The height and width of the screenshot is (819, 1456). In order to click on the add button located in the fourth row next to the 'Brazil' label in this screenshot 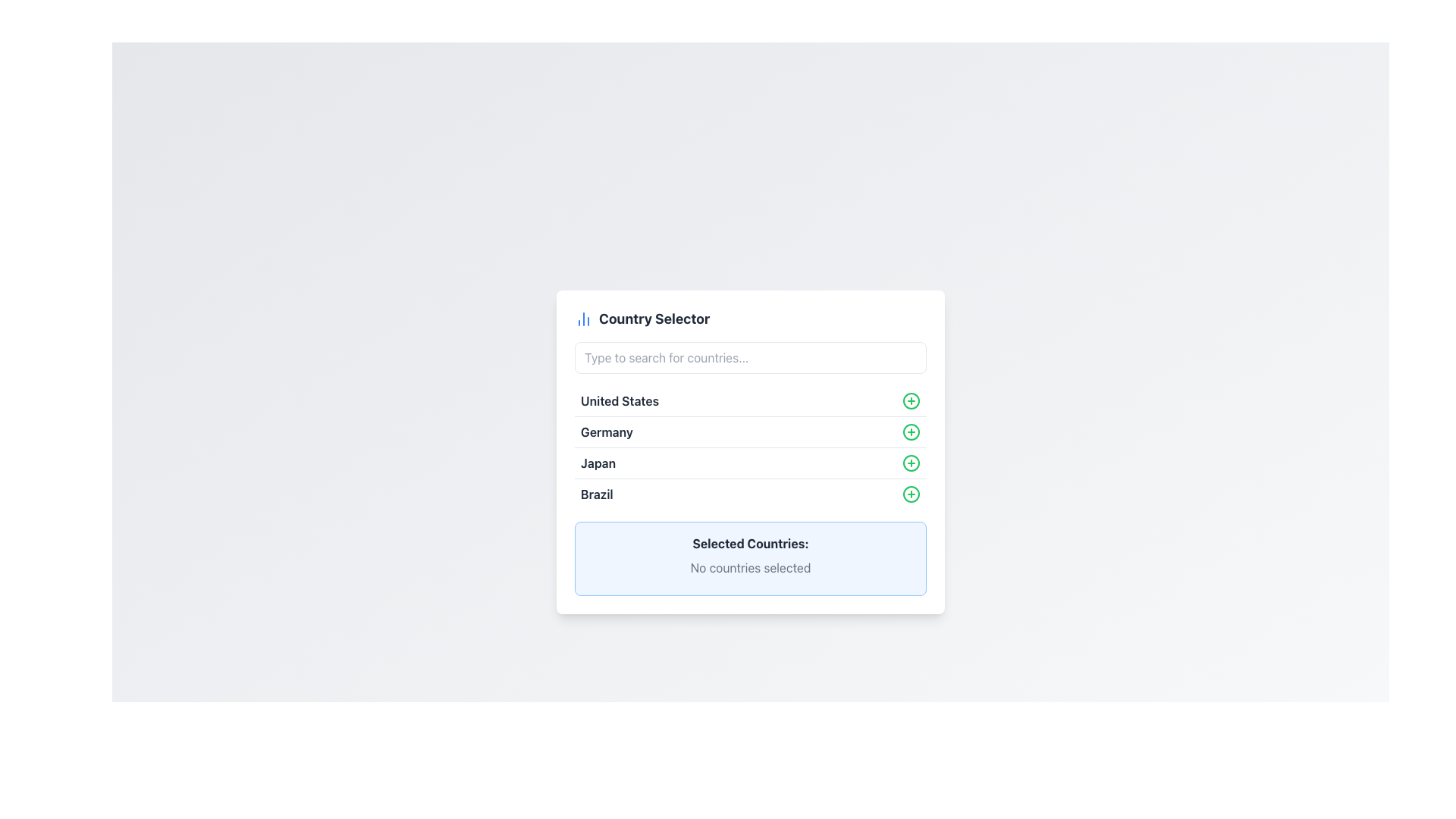, I will do `click(910, 494)`.